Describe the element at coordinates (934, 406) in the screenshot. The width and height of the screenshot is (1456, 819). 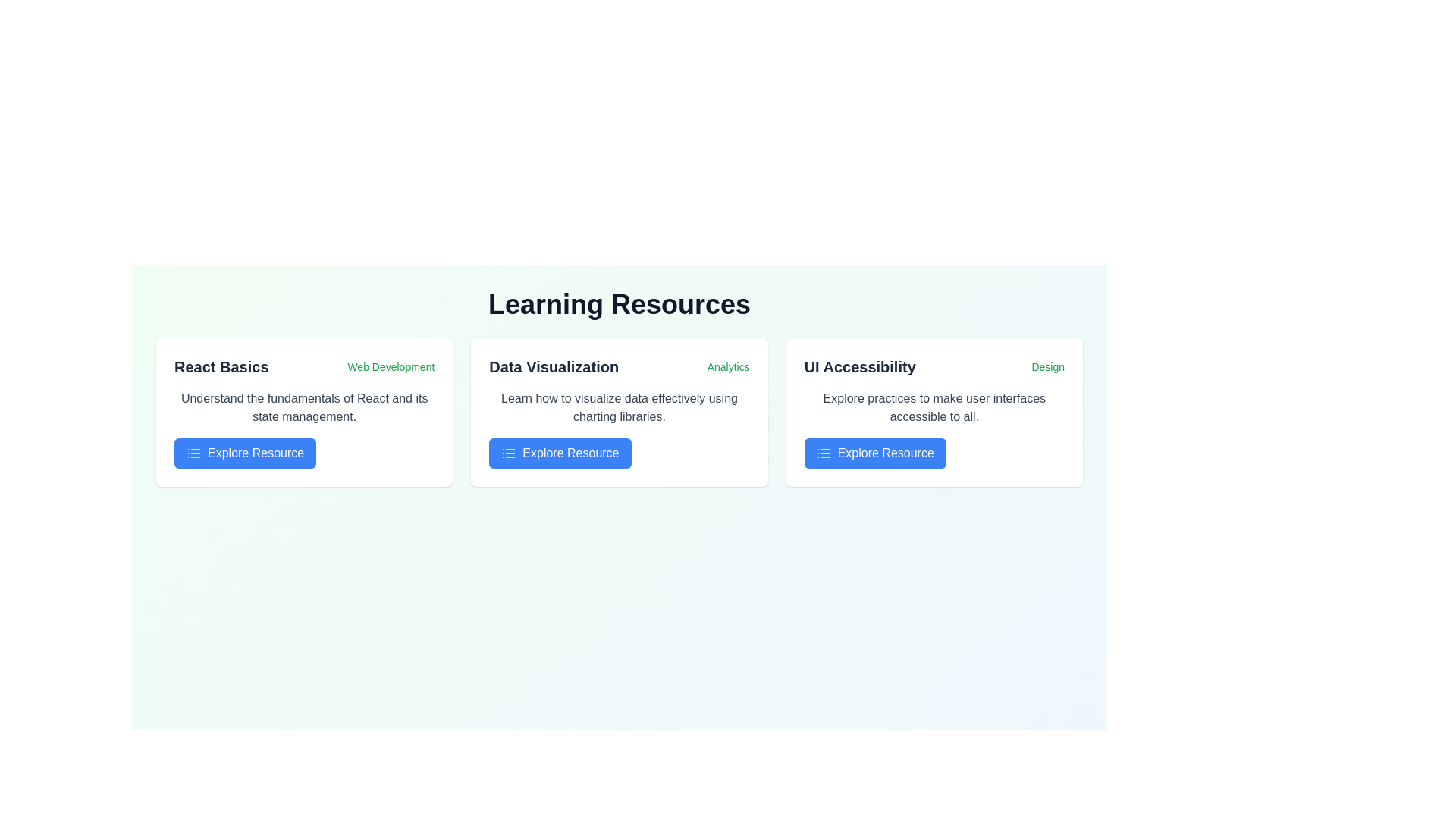
I see `descriptive static text located in the third card titled 'UI Accessibility', positioned under its header and above the 'Explore Resource' button` at that location.